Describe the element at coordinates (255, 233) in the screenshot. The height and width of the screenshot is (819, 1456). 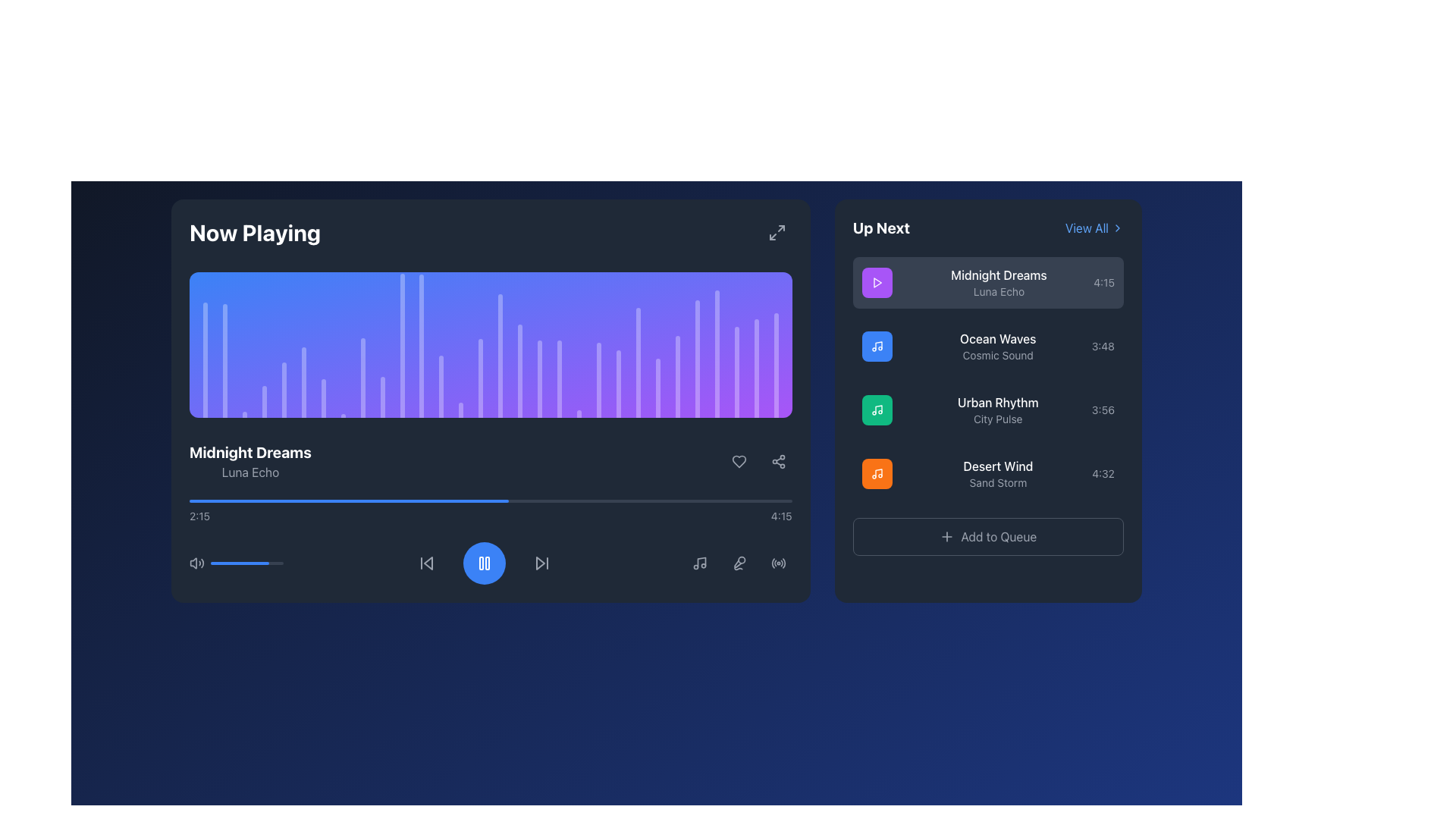
I see `prominent 'Now Playing' text label located at the top-left corner of the interface` at that location.